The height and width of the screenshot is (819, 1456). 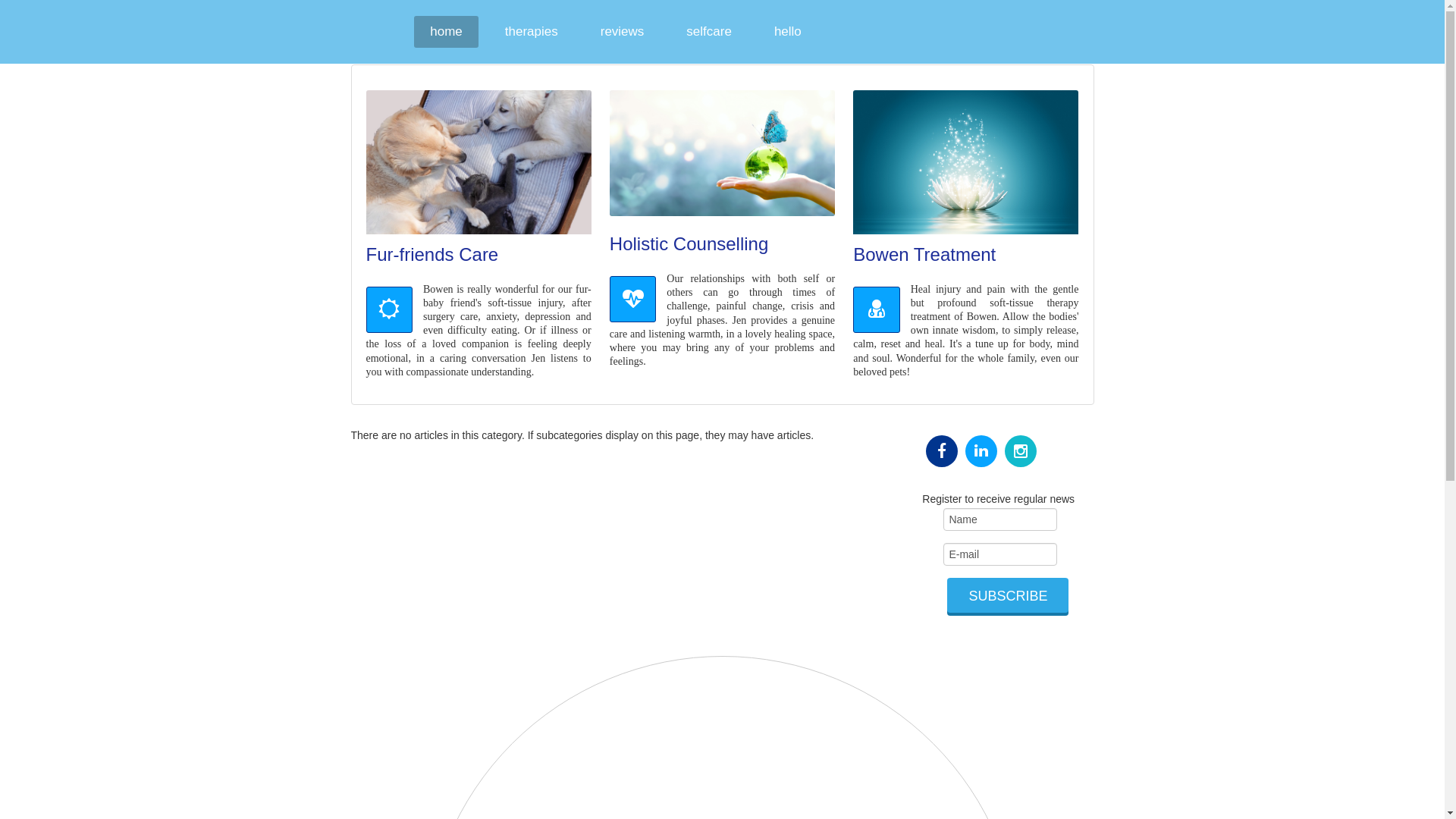 What do you see at coordinates (787, 32) in the screenshot?
I see `'hello'` at bounding box center [787, 32].